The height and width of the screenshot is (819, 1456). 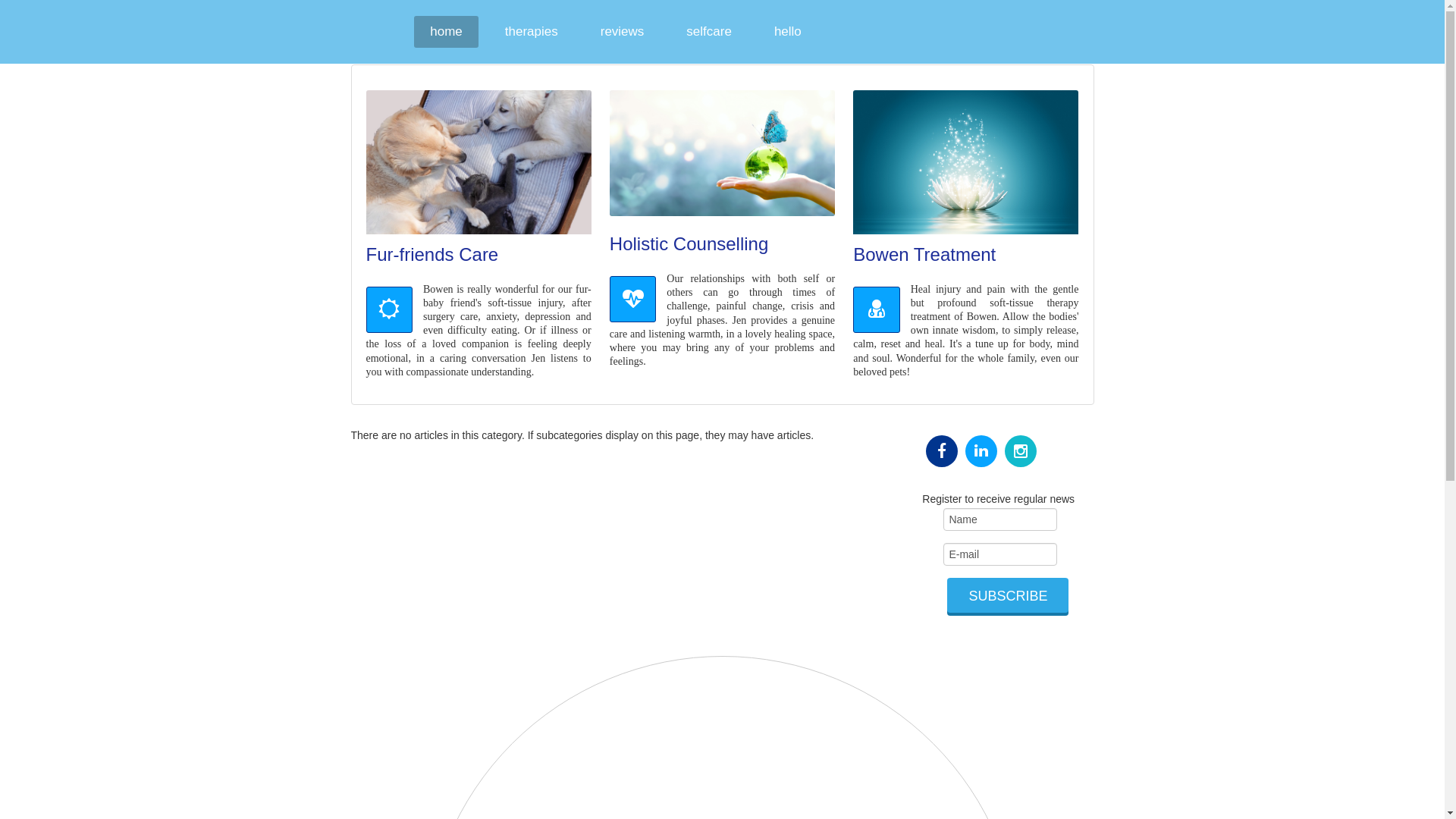 What do you see at coordinates (787, 32) in the screenshot?
I see `'hello'` at bounding box center [787, 32].